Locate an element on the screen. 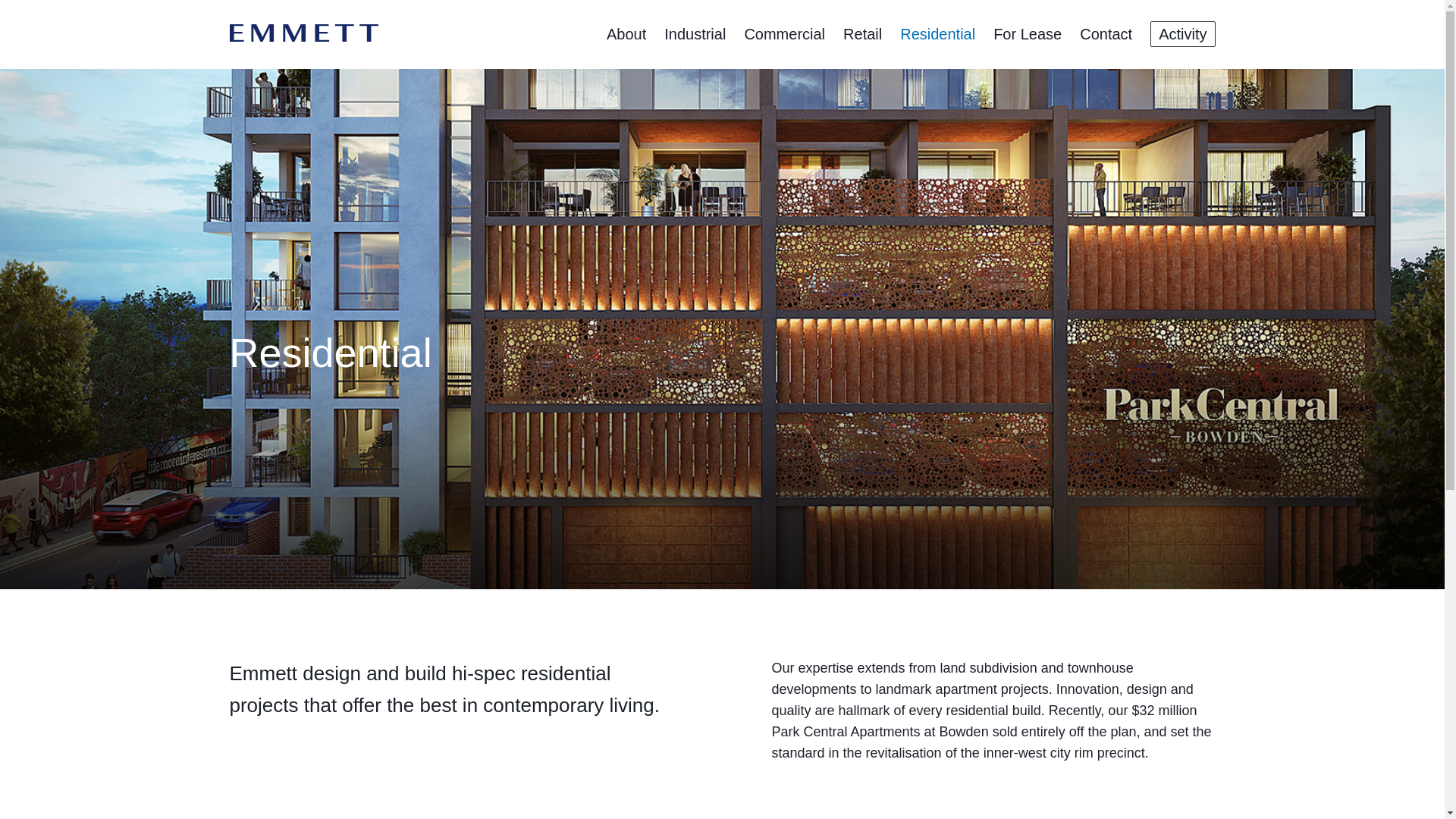 The width and height of the screenshot is (1456, 819). 'Commercial' is located at coordinates (784, 34).